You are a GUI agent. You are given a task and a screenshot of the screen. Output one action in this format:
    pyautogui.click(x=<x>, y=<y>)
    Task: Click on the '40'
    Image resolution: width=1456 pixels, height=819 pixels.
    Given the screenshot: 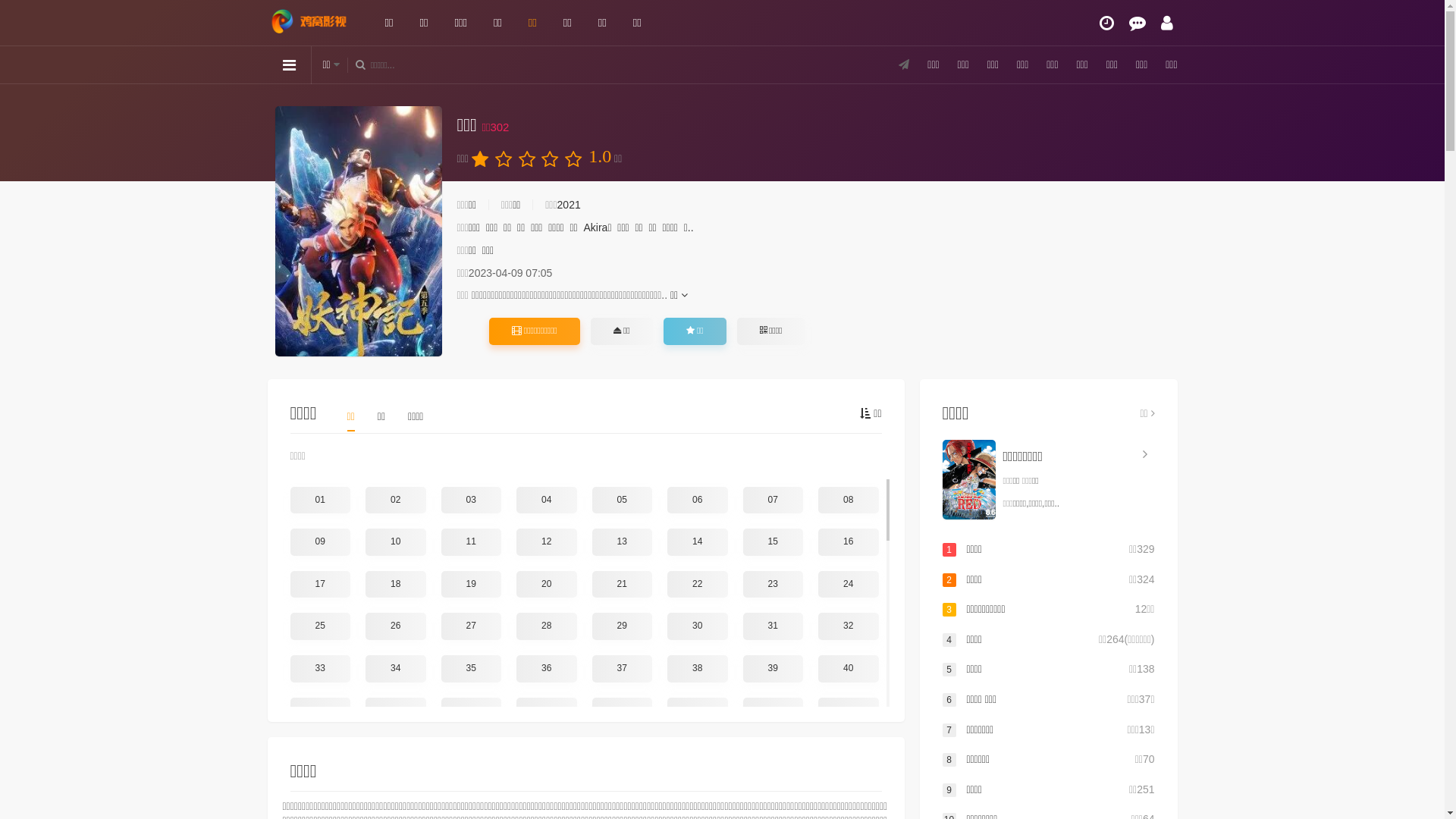 What is the action you would take?
    pyautogui.click(x=847, y=668)
    